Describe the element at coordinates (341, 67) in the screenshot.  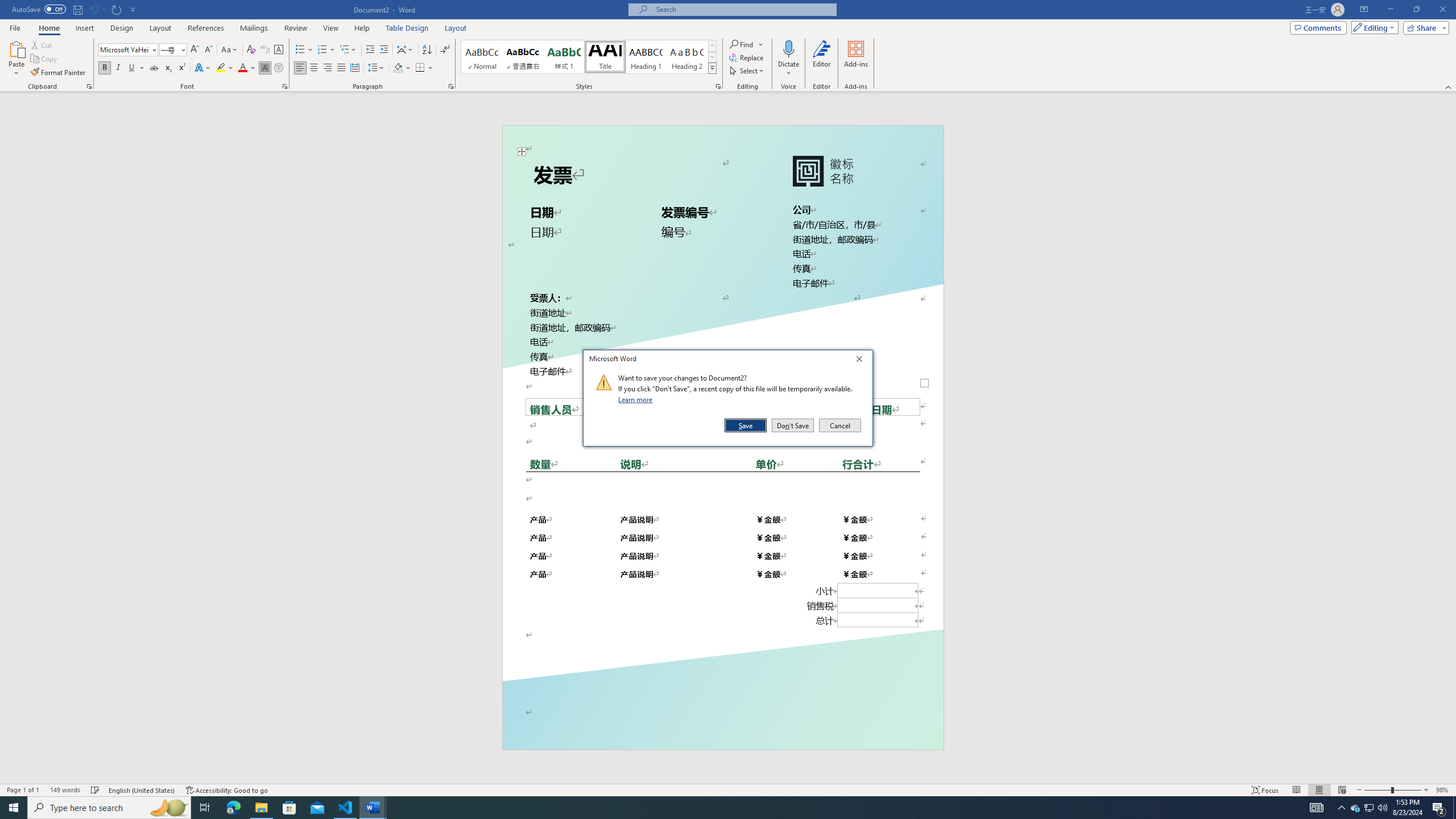
I see `'Justify'` at that location.